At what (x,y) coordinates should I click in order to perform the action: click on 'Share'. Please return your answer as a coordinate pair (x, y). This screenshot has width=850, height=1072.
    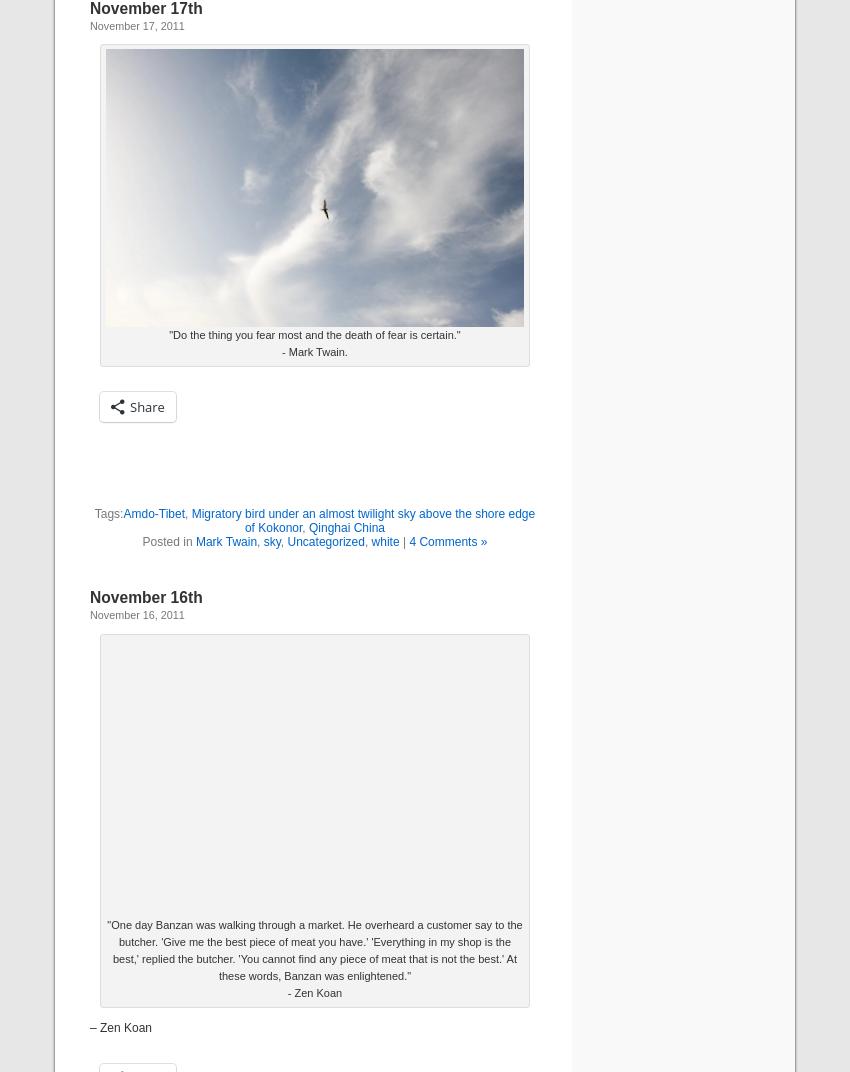
    Looking at the image, I should click on (146, 406).